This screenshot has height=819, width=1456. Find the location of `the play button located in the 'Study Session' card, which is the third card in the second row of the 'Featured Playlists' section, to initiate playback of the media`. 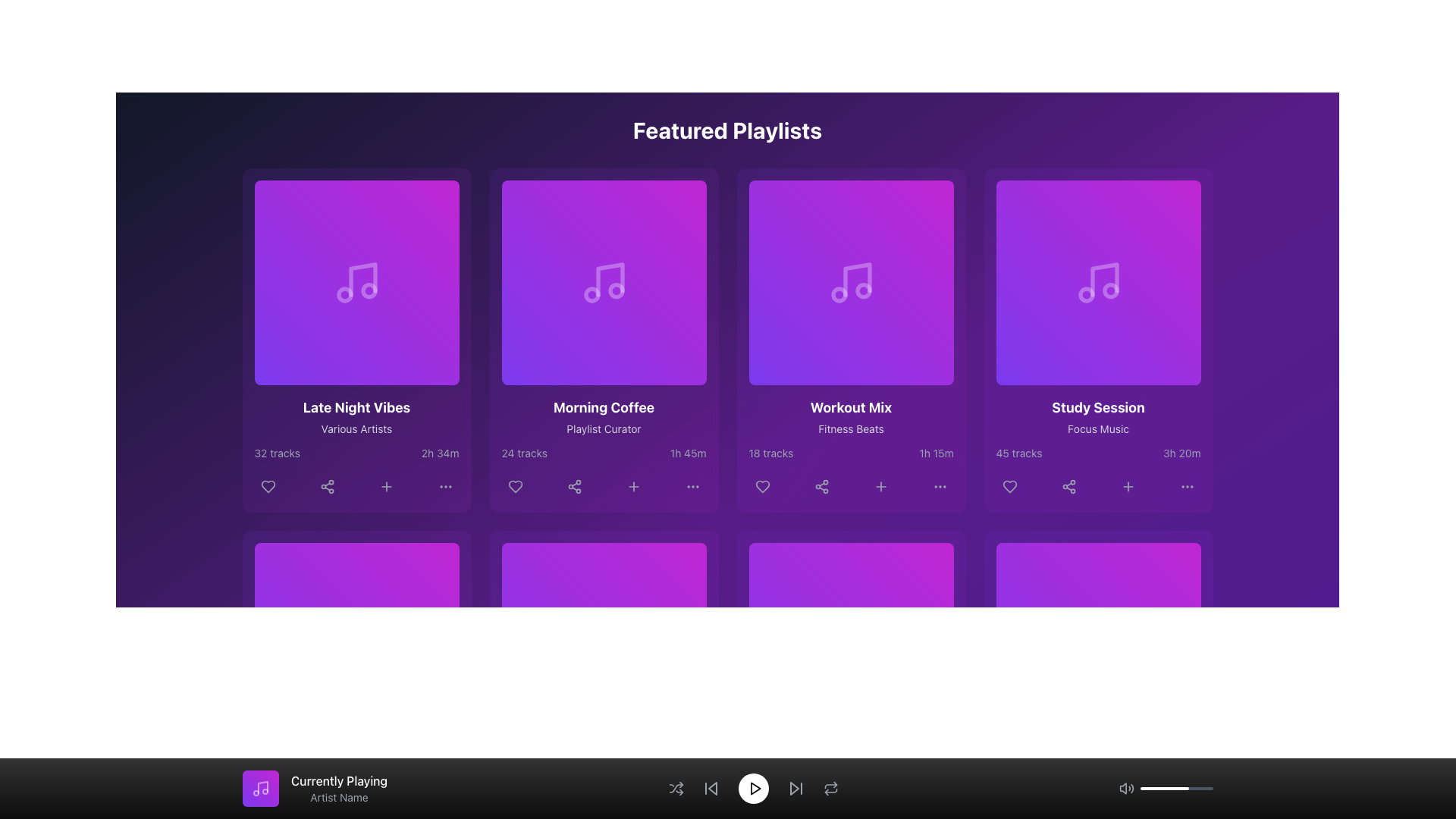

the play button located in the 'Study Session' card, which is the third card in the second row of the 'Featured Playlists' section, to initiate playback of the media is located at coordinates (1098, 283).